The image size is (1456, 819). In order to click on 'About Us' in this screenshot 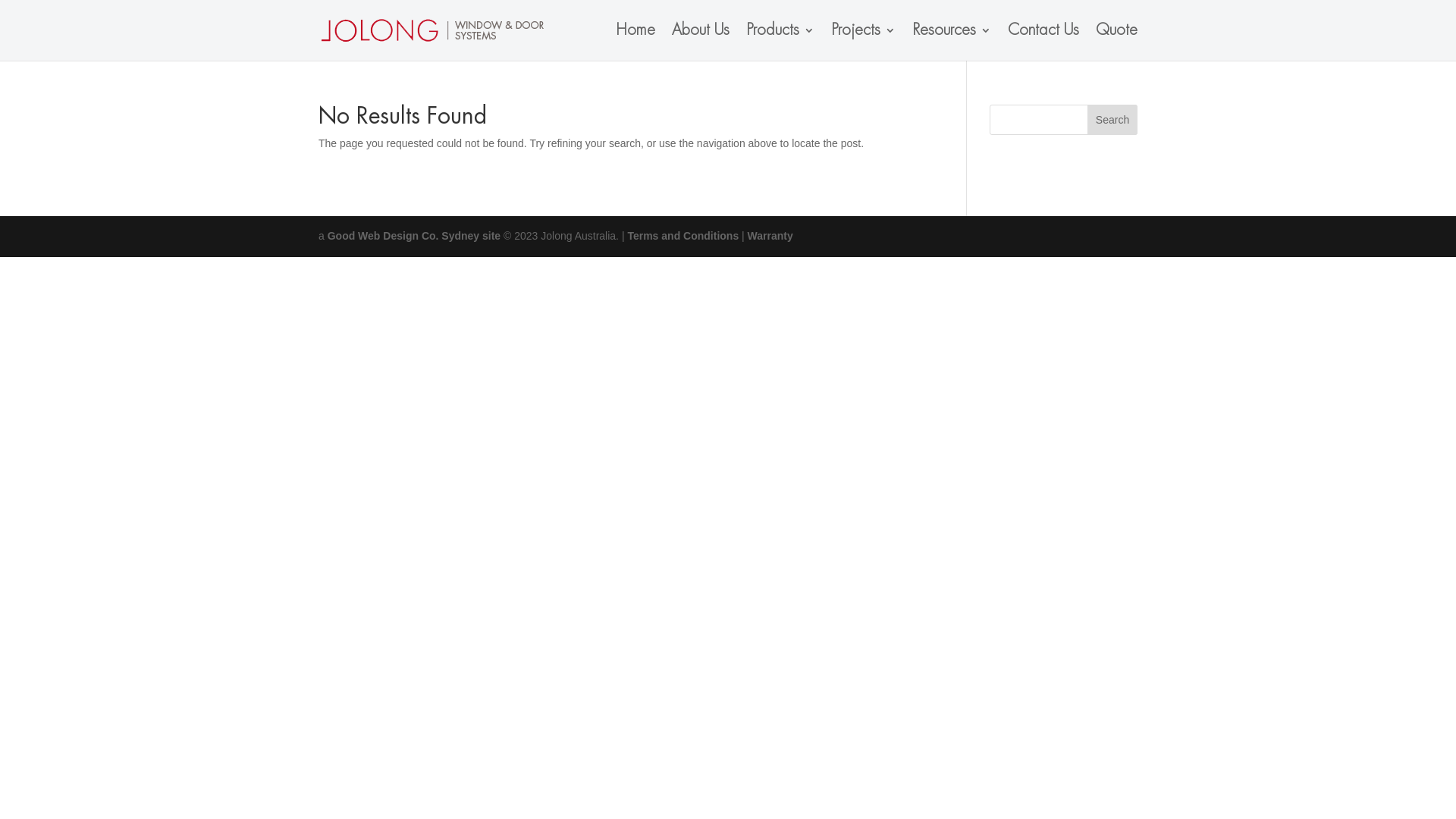, I will do `click(700, 42)`.